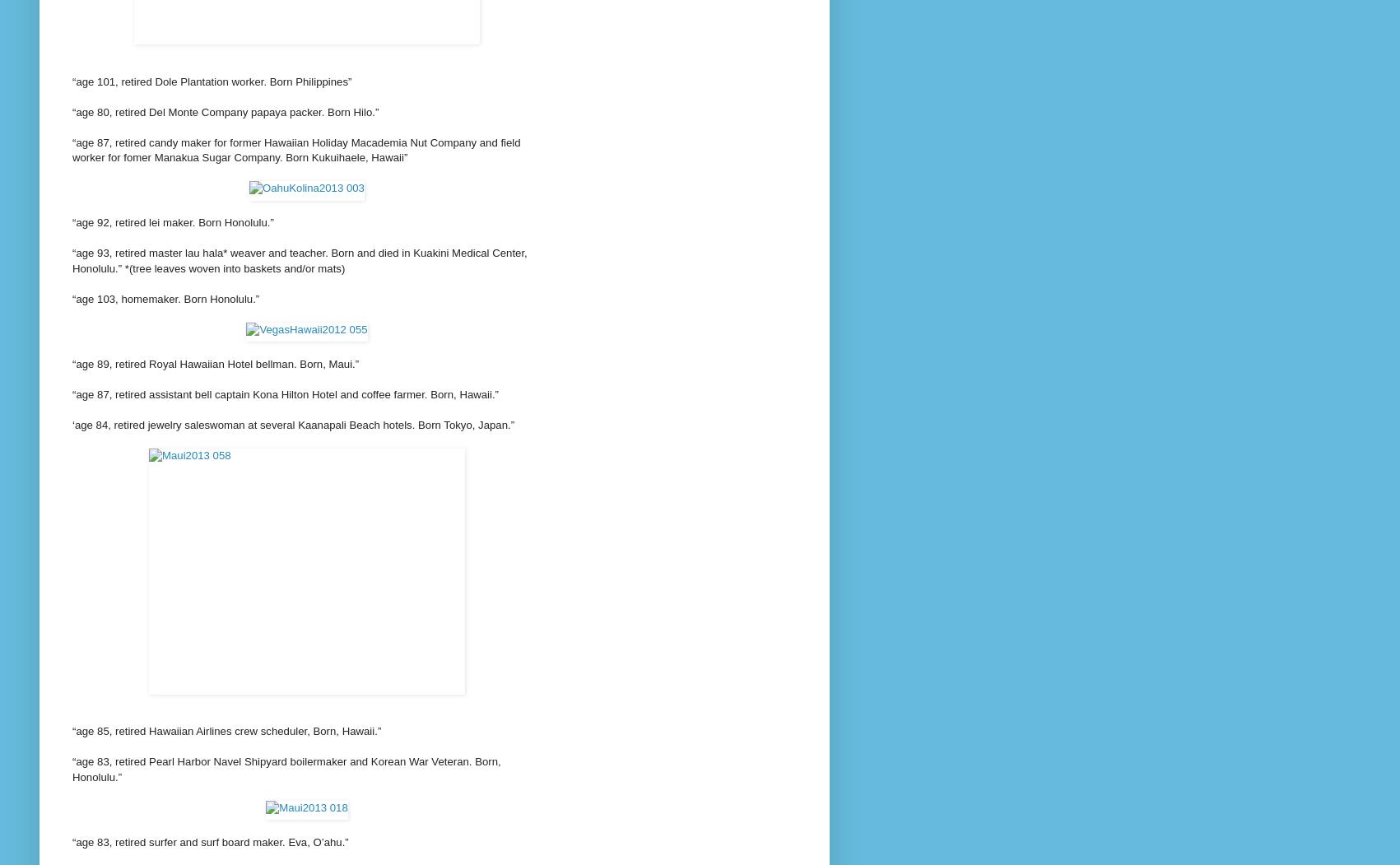 The height and width of the screenshot is (865, 1400). What do you see at coordinates (172, 222) in the screenshot?
I see `'“age 92, retired lei maker. Born Honolulu.”'` at bounding box center [172, 222].